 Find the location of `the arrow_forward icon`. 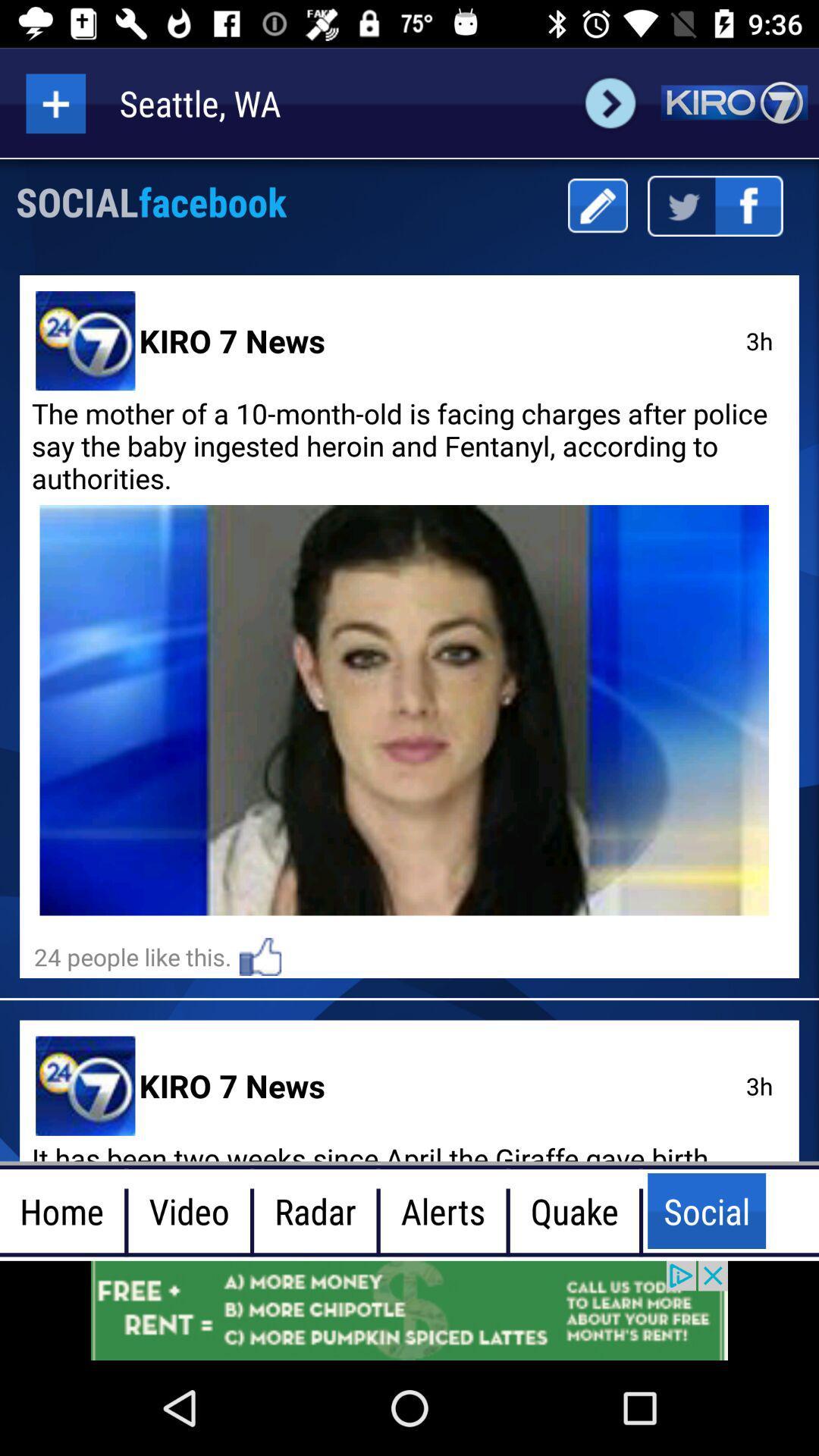

the arrow_forward icon is located at coordinates (610, 102).